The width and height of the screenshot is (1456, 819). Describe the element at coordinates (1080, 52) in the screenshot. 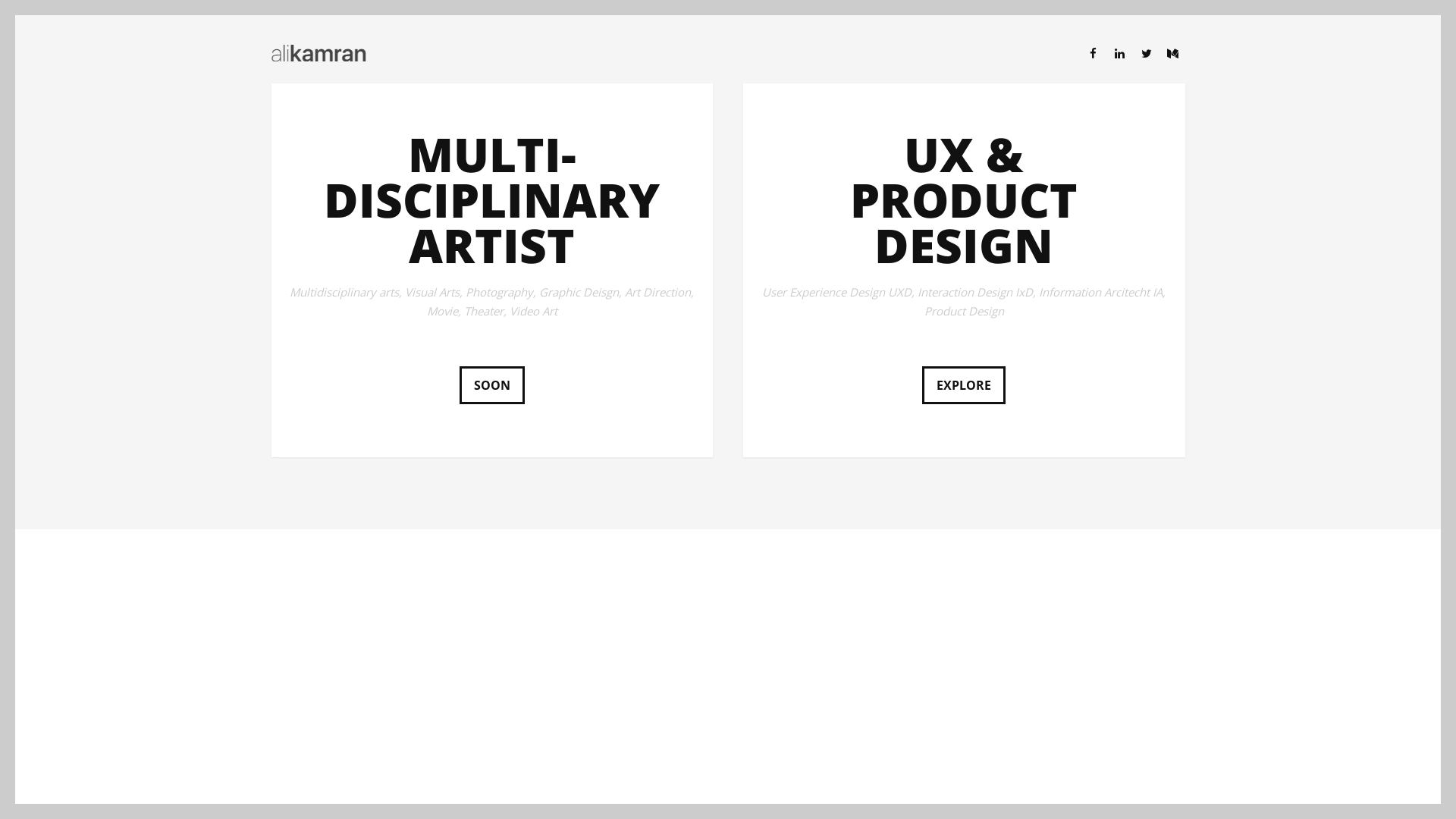

I see `'Facebook'` at that location.